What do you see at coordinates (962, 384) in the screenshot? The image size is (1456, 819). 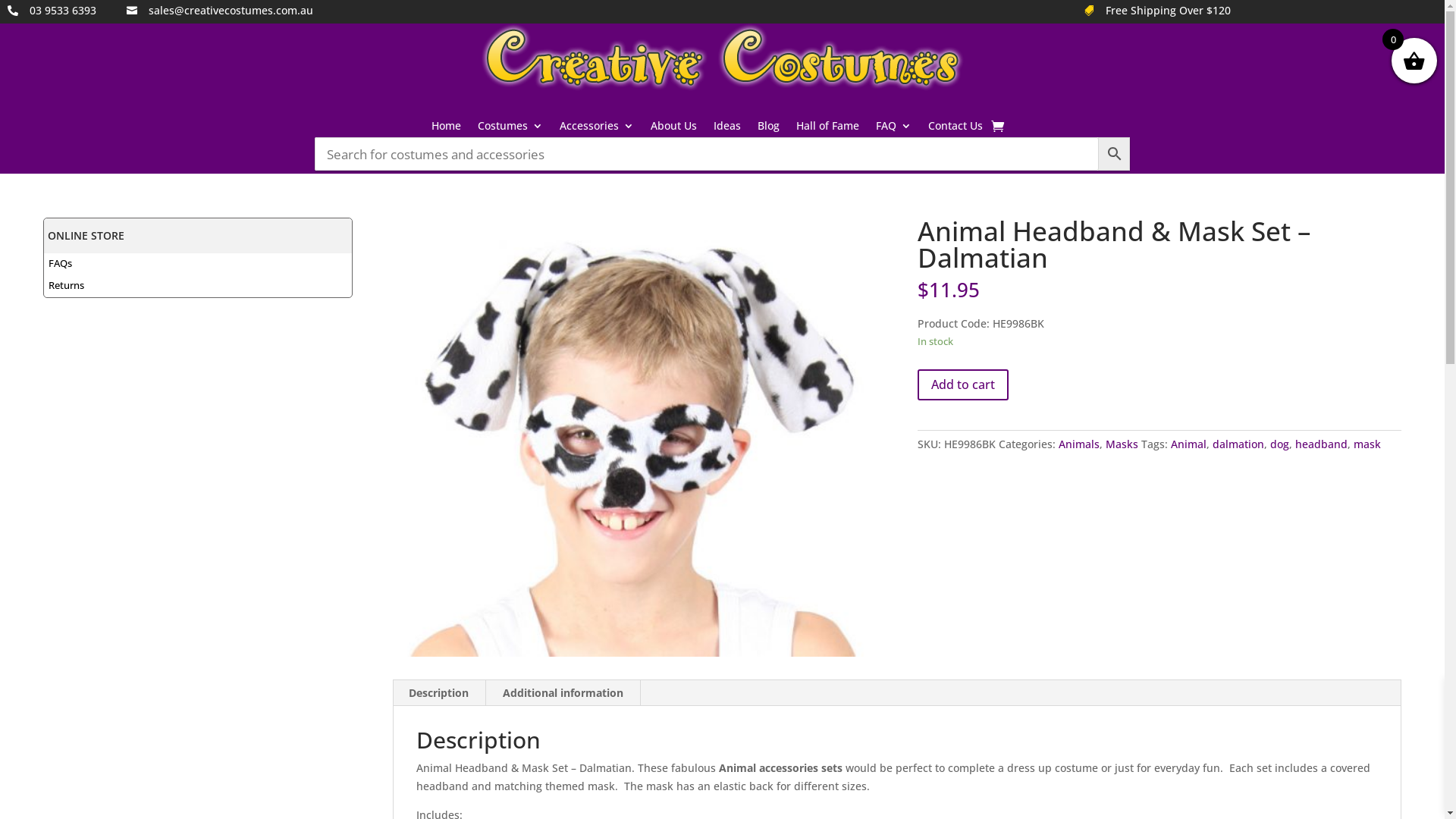 I see `'Add to cart'` at bounding box center [962, 384].